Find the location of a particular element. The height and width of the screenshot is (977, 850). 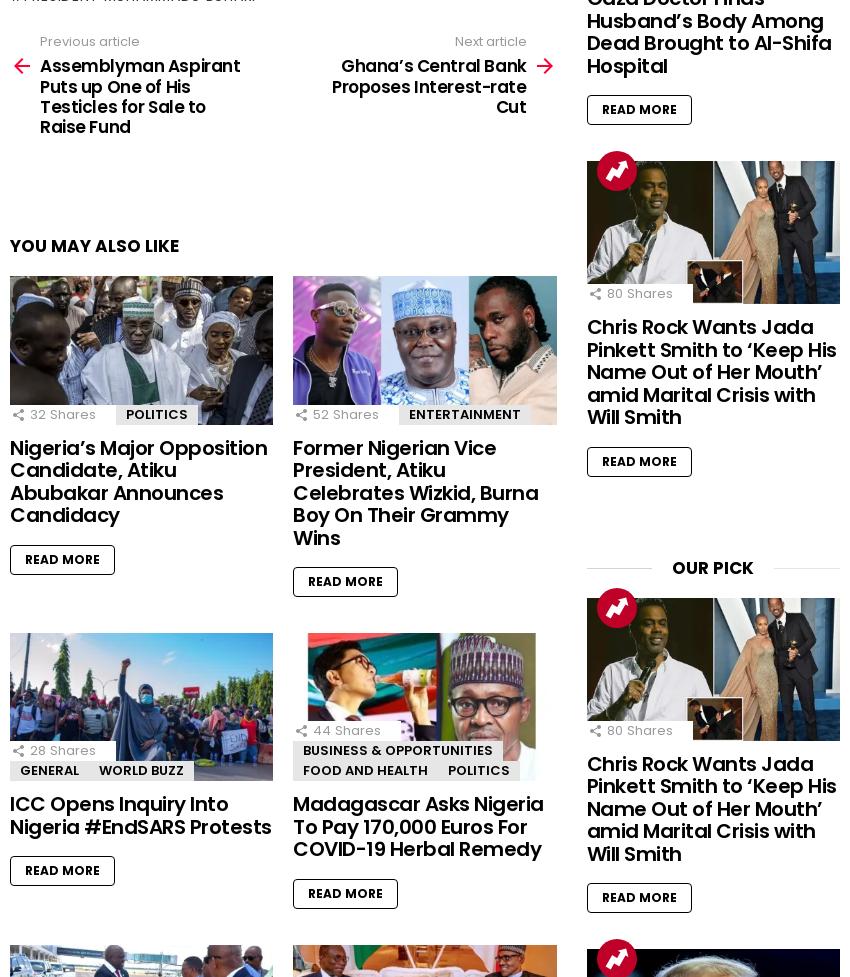

'Former Nigerian Vice President, Atiku Celebrates Wizkid, Burna Boy On Their Grammy Wins' is located at coordinates (415, 491).